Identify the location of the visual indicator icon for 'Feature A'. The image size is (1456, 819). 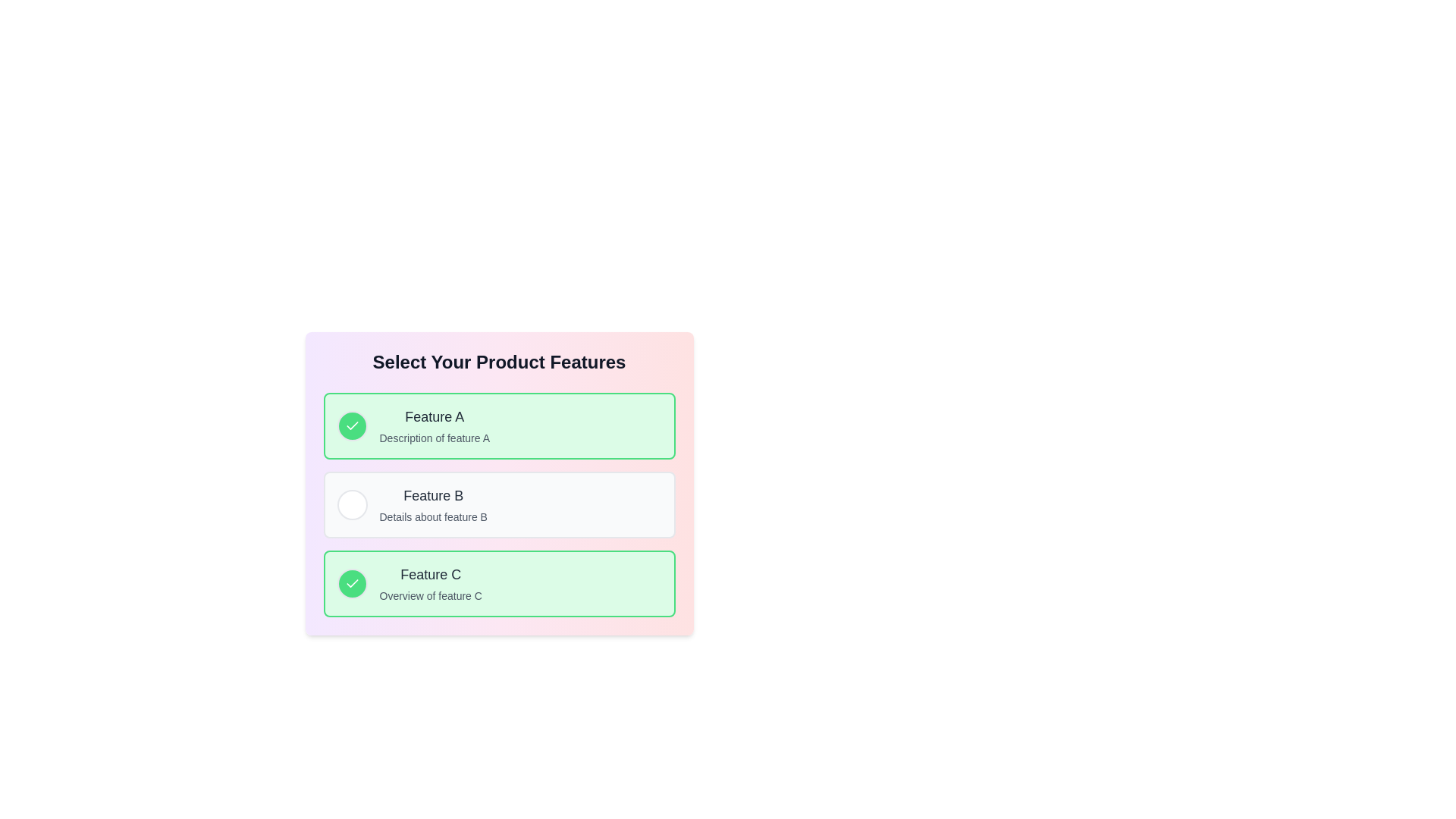
(351, 583).